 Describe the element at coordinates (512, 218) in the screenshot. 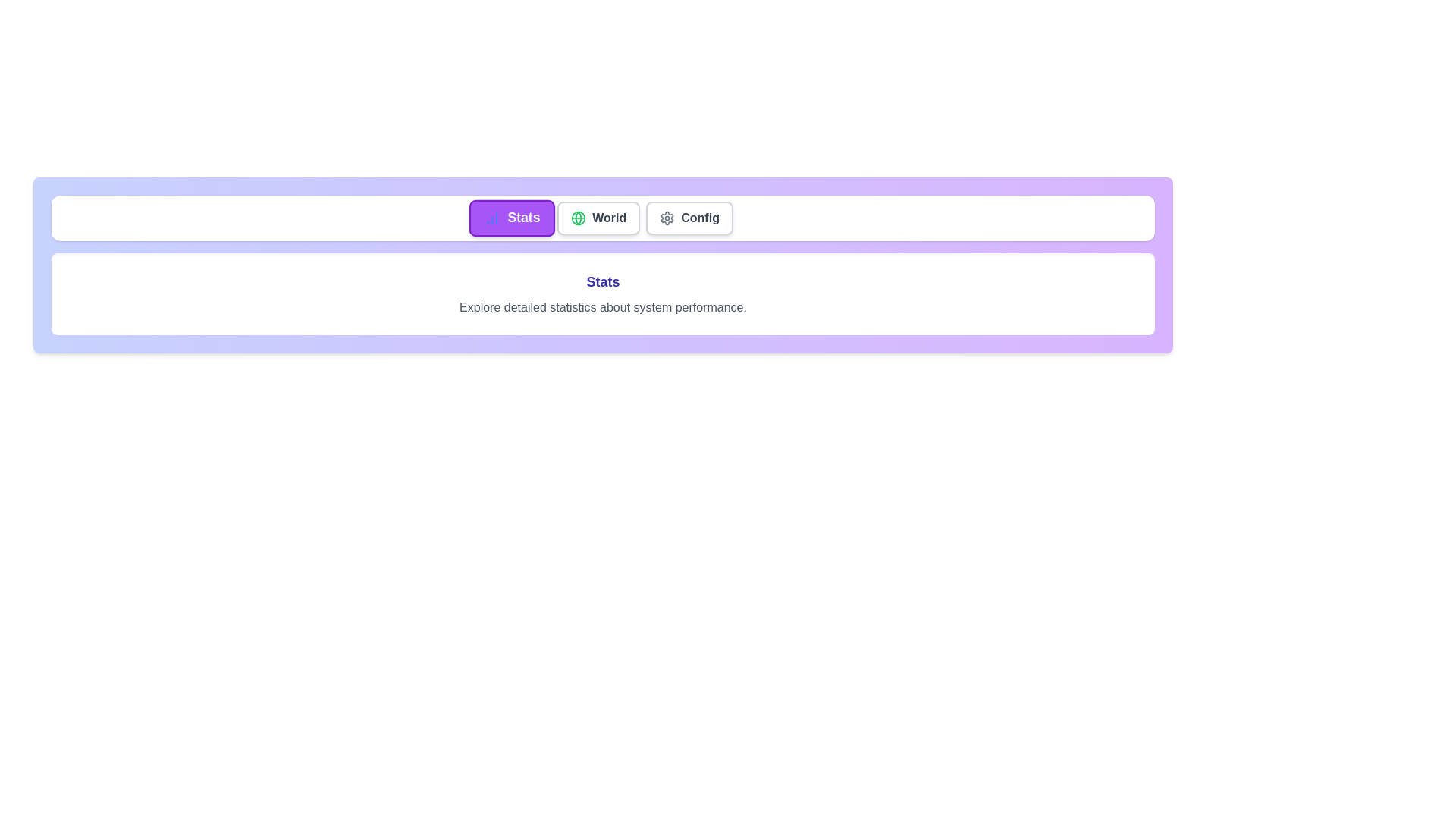

I see `the tab labeled Stats` at that location.